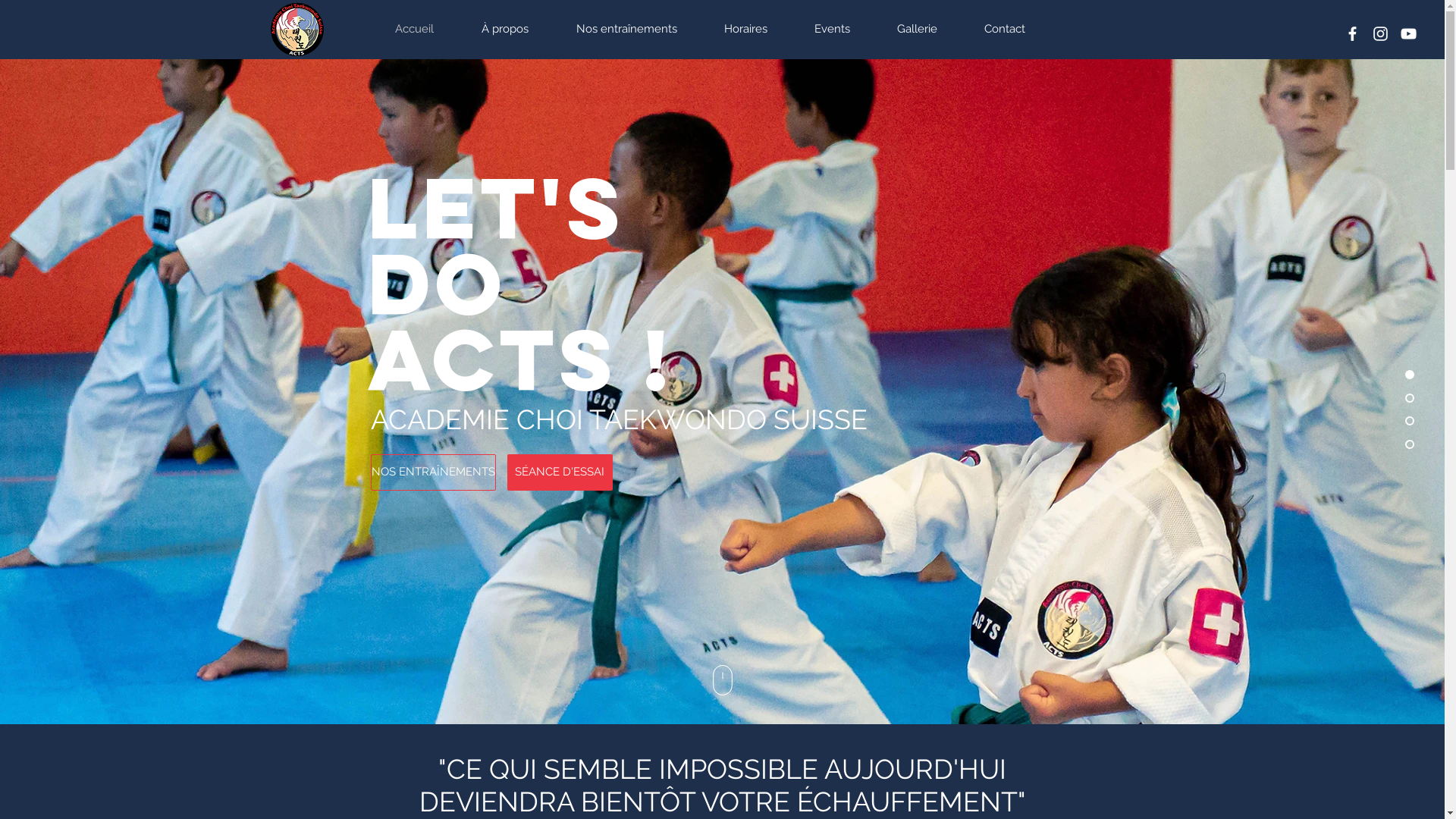  I want to click on 'Contact', so click(1015, 29).